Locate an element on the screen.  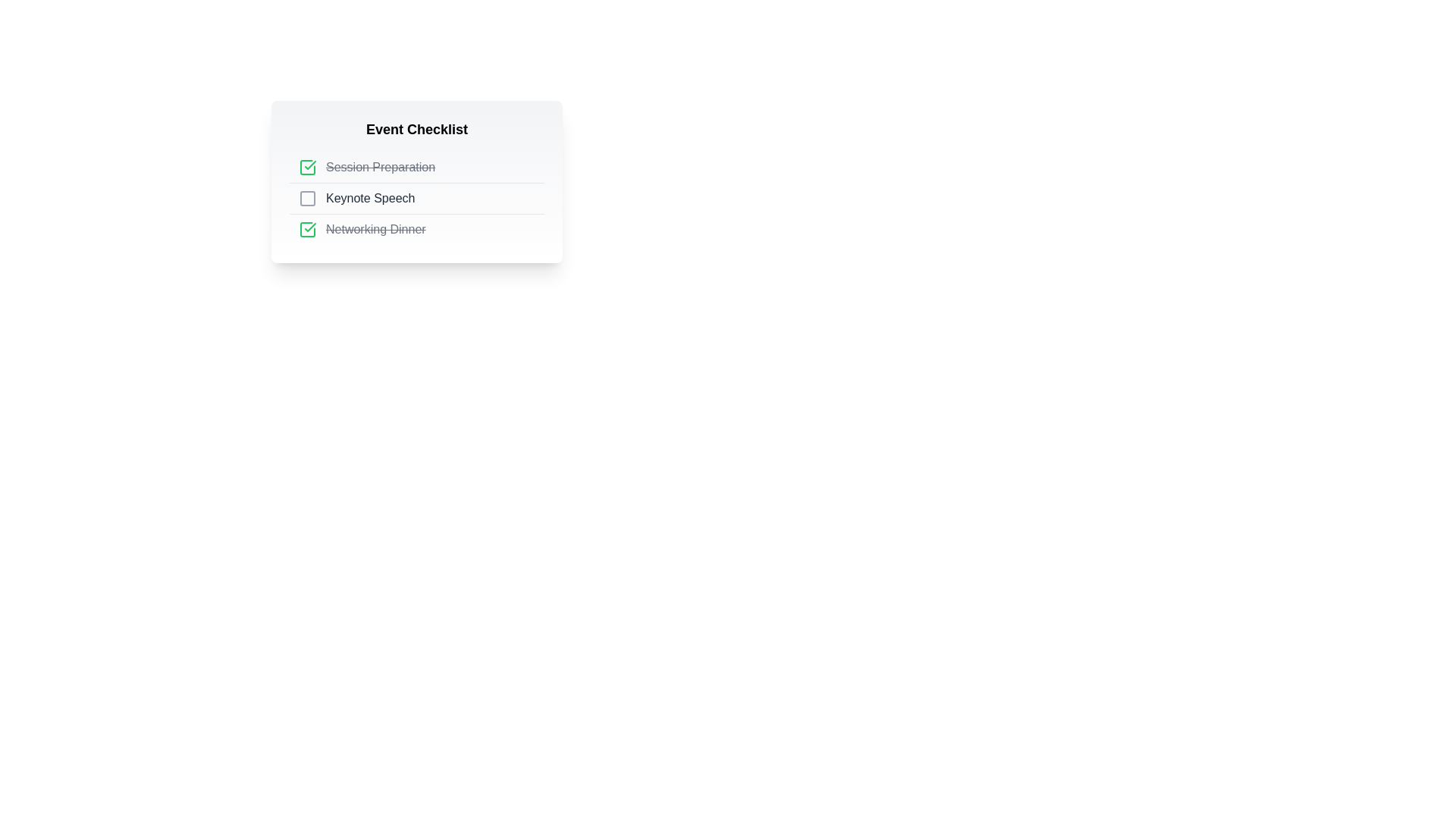
the third checklist entry text label that indicates a completed task with a strikethrough style is located at coordinates (375, 230).